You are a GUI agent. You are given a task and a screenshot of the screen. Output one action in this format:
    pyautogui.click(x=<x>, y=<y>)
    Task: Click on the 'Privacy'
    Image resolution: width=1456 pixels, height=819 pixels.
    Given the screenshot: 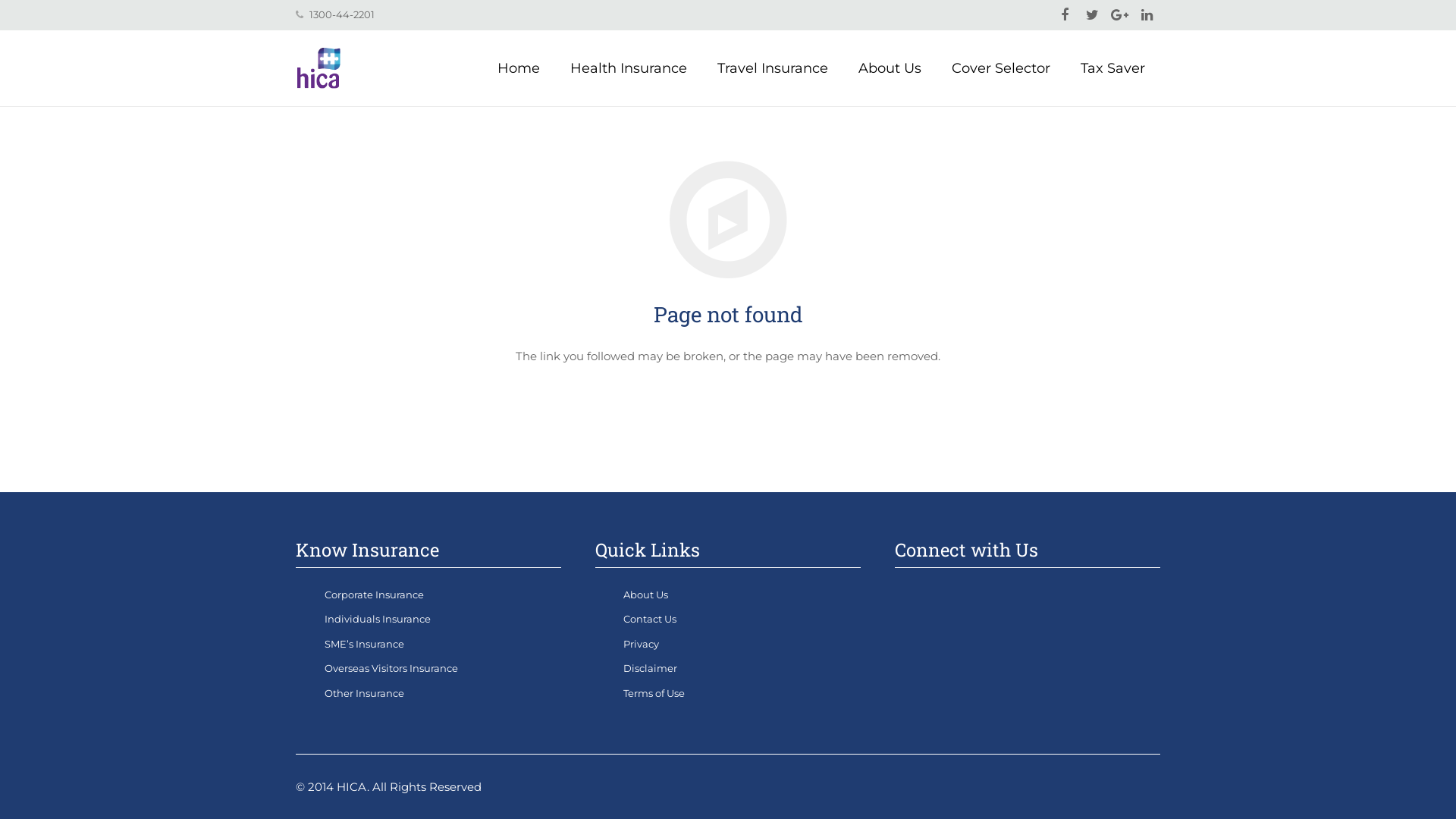 What is the action you would take?
    pyautogui.click(x=641, y=643)
    